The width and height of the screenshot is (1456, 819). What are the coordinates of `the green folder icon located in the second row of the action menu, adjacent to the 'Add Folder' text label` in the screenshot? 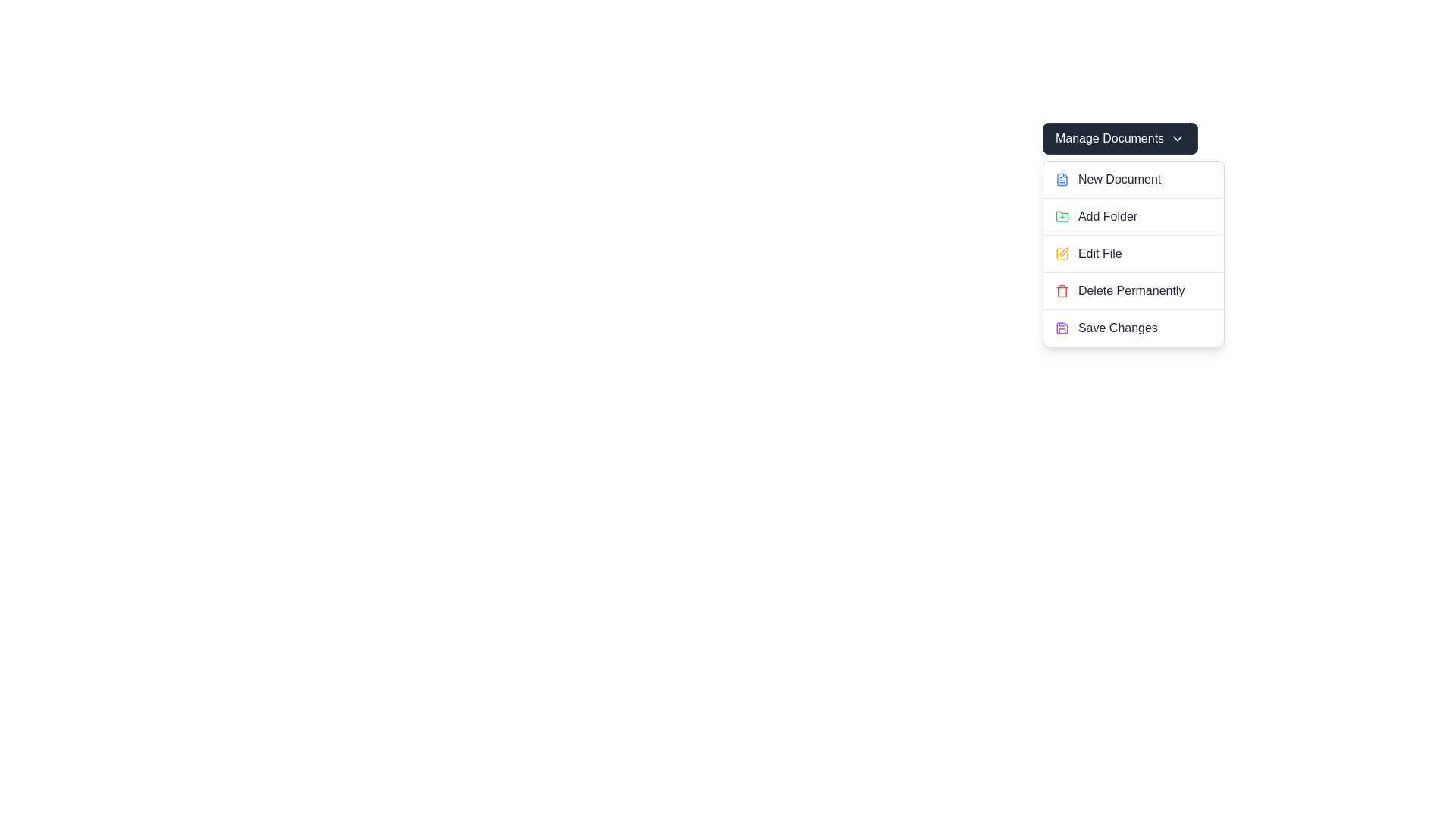 It's located at (1061, 216).